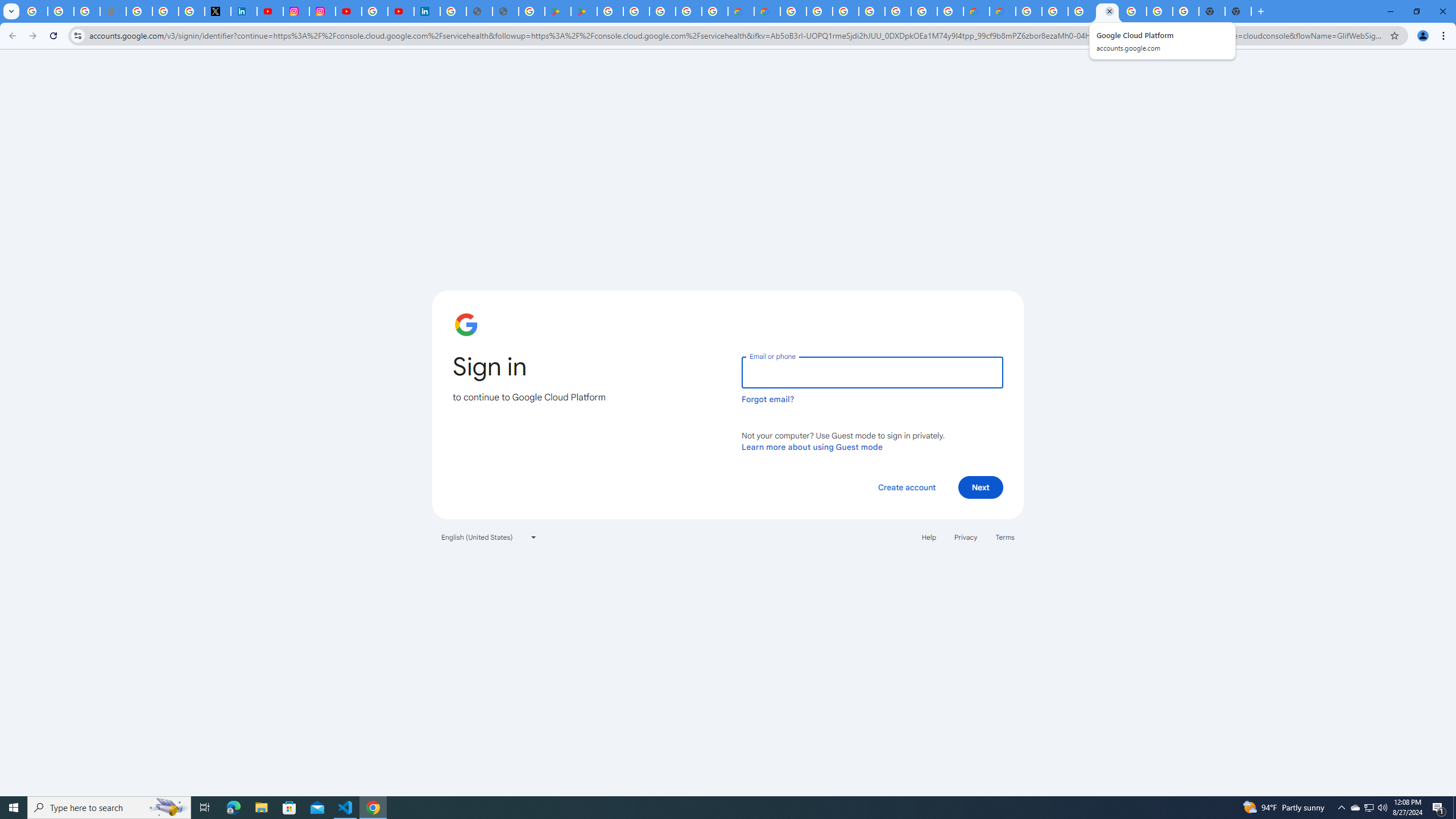 This screenshot has width=1456, height=819. What do you see at coordinates (976, 11) in the screenshot?
I see `'Customer Care | Google Cloud'` at bounding box center [976, 11].